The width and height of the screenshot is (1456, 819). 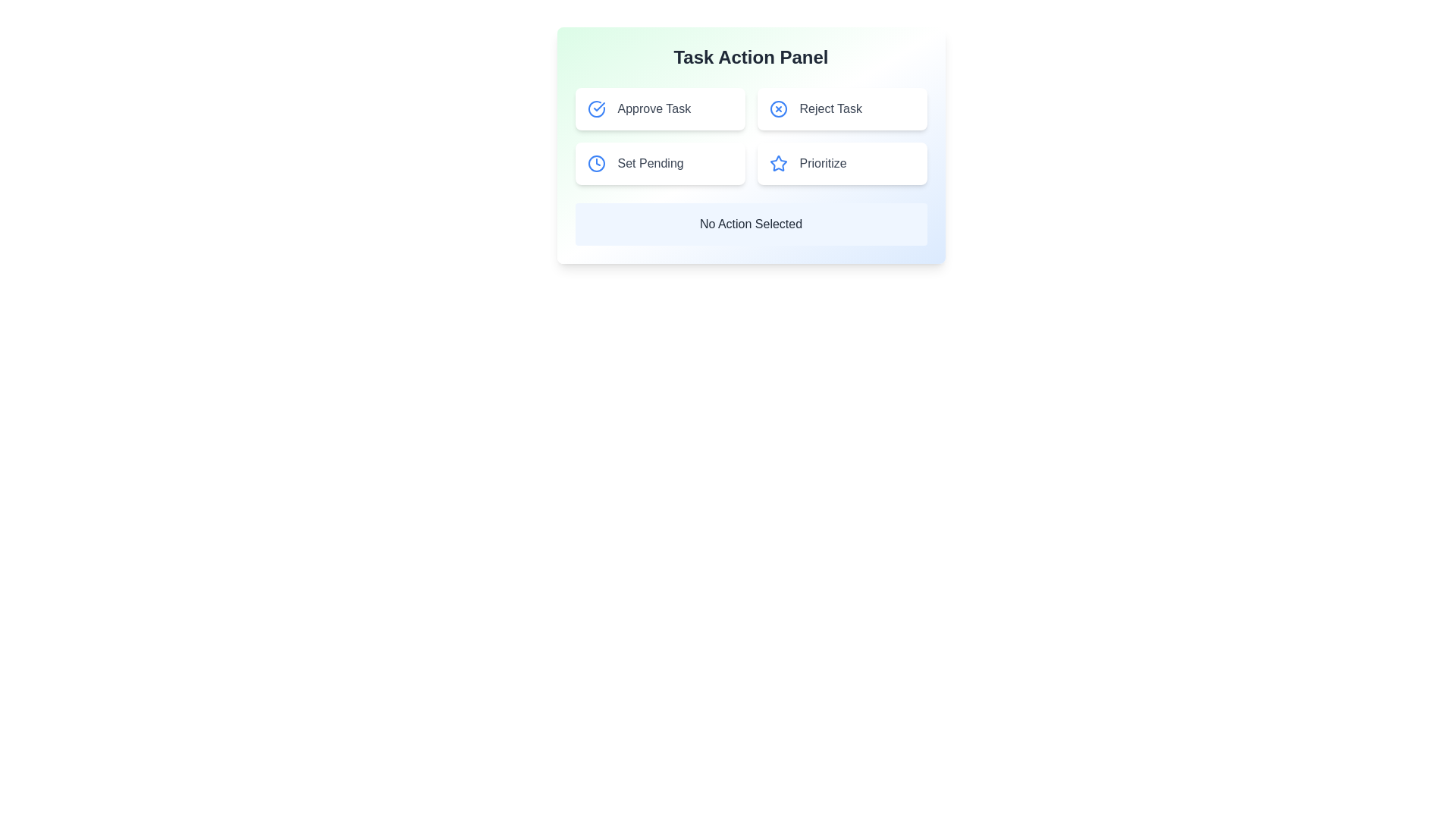 I want to click on the 'Approve Task' text label, which is displayed in gray font within a rounded rectangular button on the Task Action Panel, so click(x=654, y=108).